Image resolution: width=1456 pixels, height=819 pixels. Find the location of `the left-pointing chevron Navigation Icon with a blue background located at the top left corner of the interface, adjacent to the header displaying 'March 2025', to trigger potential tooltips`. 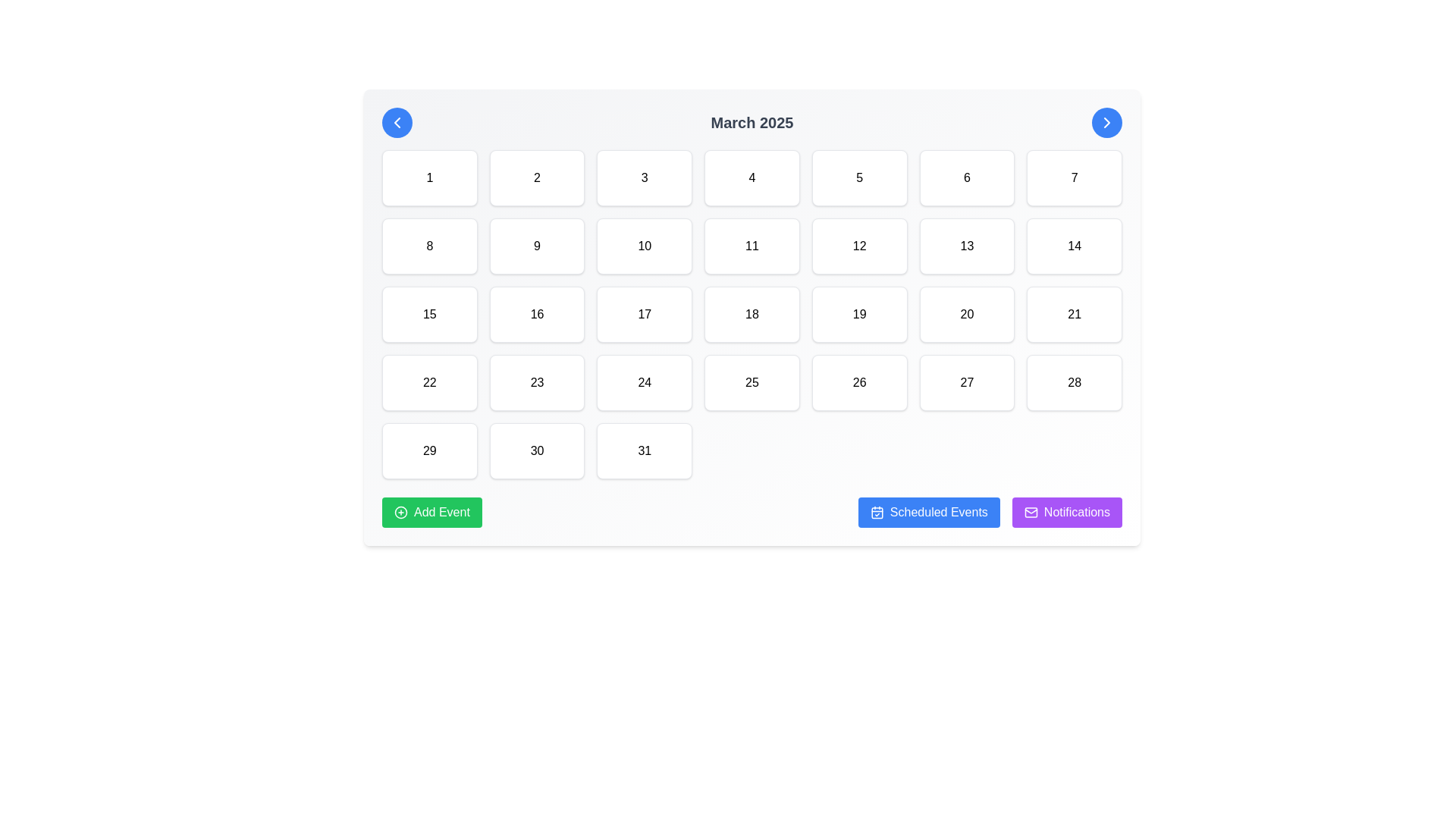

the left-pointing chevron Navigation Icon with a blue background located at the top left corner of the interface, adjacent to the header displaying 'March 2025', to trigger potential tooltips is located at coordinates (397, 122).